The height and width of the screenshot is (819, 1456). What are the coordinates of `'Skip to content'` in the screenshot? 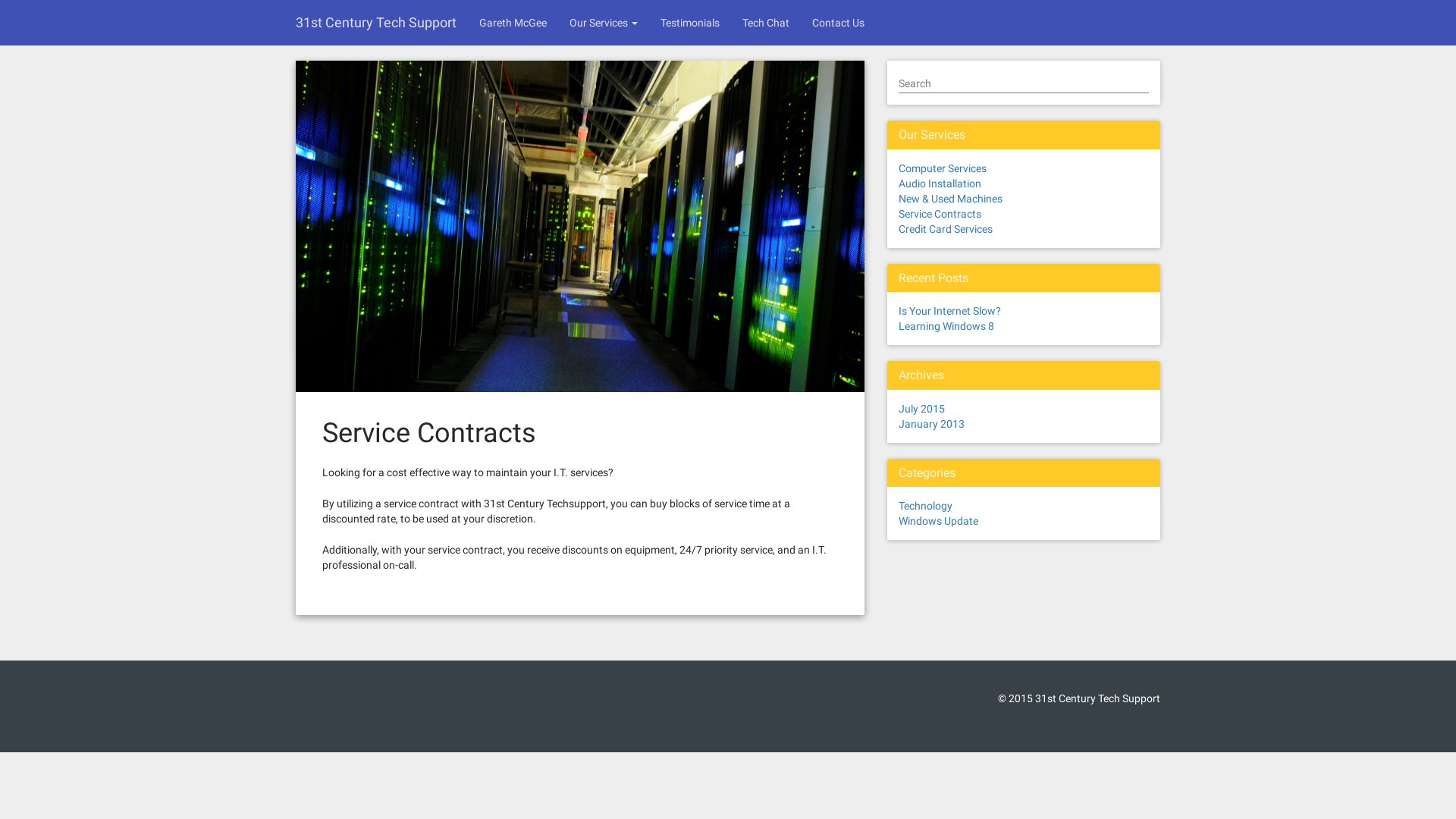 It's located at (0, 0).